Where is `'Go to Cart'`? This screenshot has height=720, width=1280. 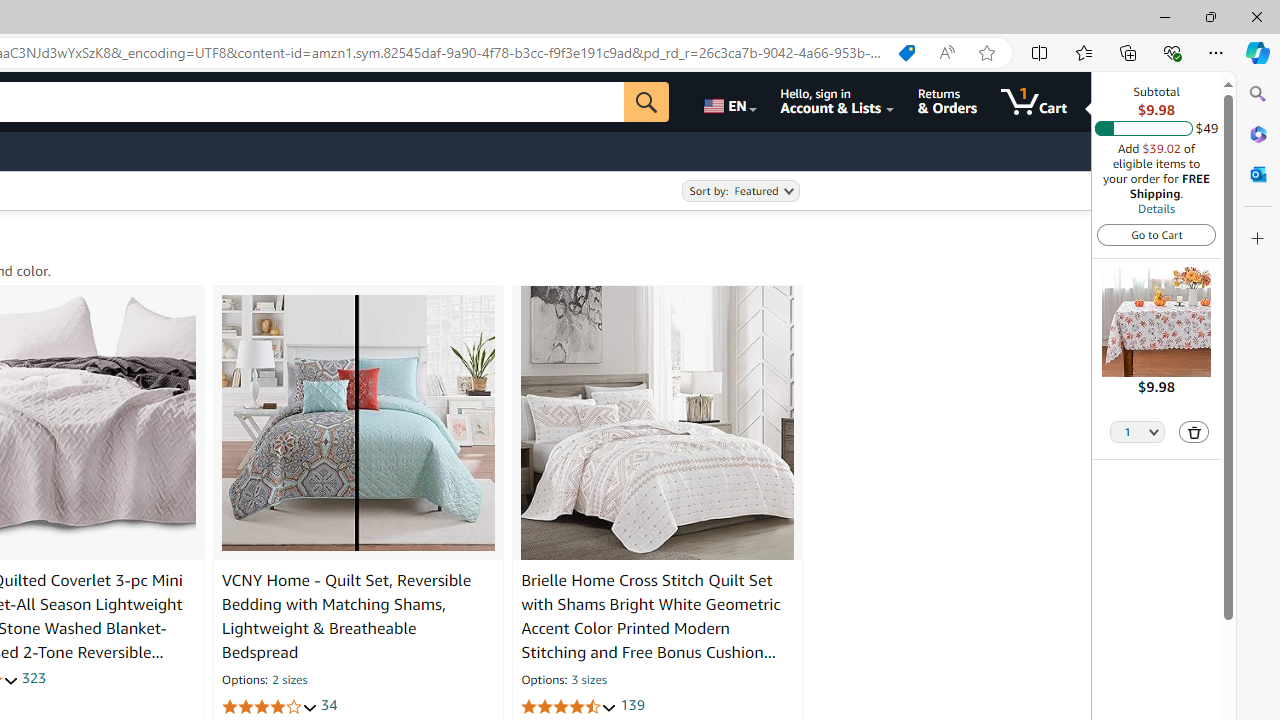
'Go to Cart' is located at coordinates (1156, 233).